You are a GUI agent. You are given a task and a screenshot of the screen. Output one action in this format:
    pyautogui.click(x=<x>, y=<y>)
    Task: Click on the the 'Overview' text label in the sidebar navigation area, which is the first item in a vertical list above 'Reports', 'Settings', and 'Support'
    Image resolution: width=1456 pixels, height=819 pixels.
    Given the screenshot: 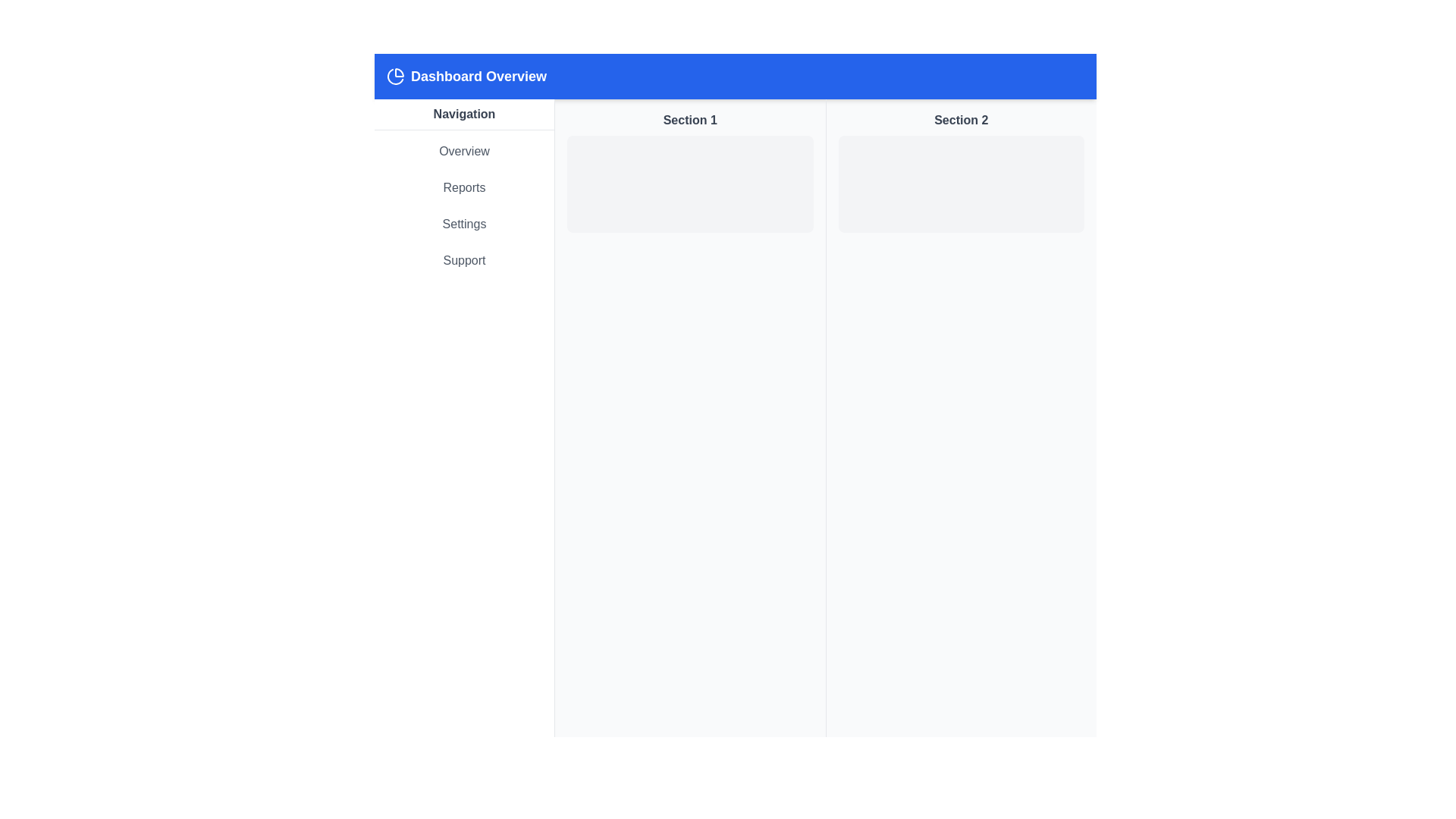 What is the action you would take?
    pyautogui.click(x=463, y=152)
    